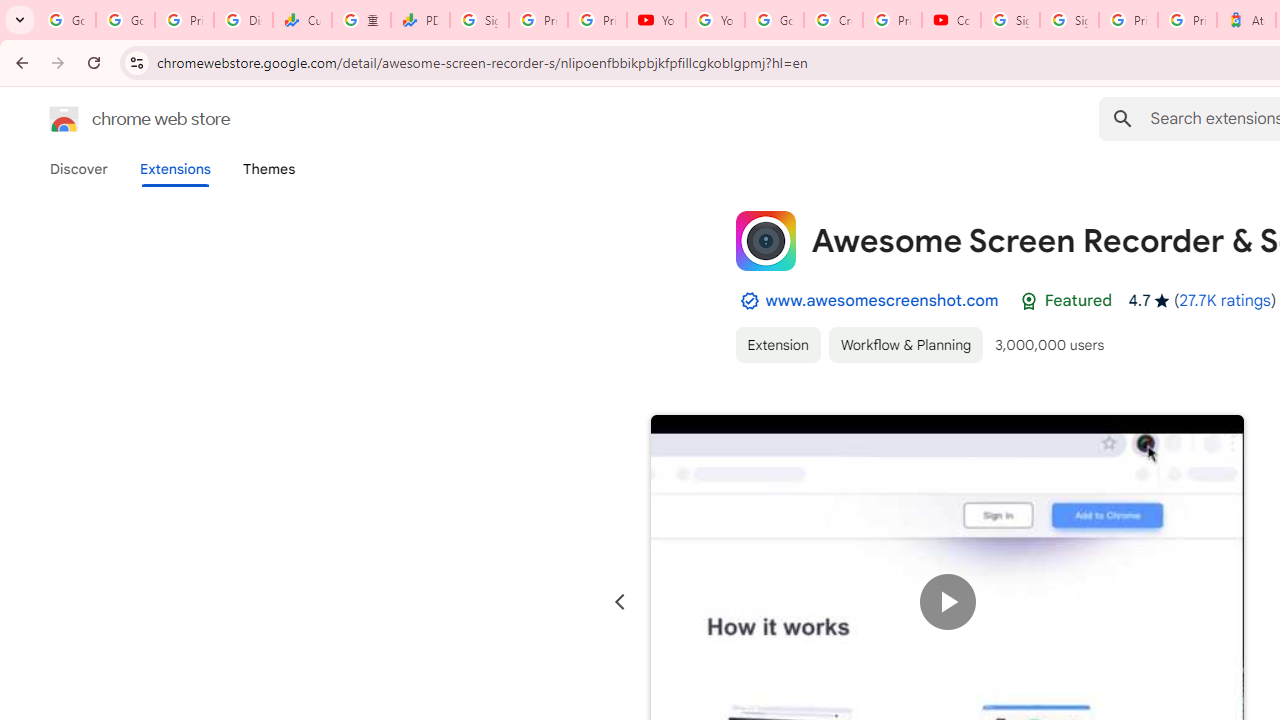 This screenshot has height=720, width=1280. Describe the element at coordinates (748, 301) in the screenshot. I see `'By Established Publisher Badge'` at that location.